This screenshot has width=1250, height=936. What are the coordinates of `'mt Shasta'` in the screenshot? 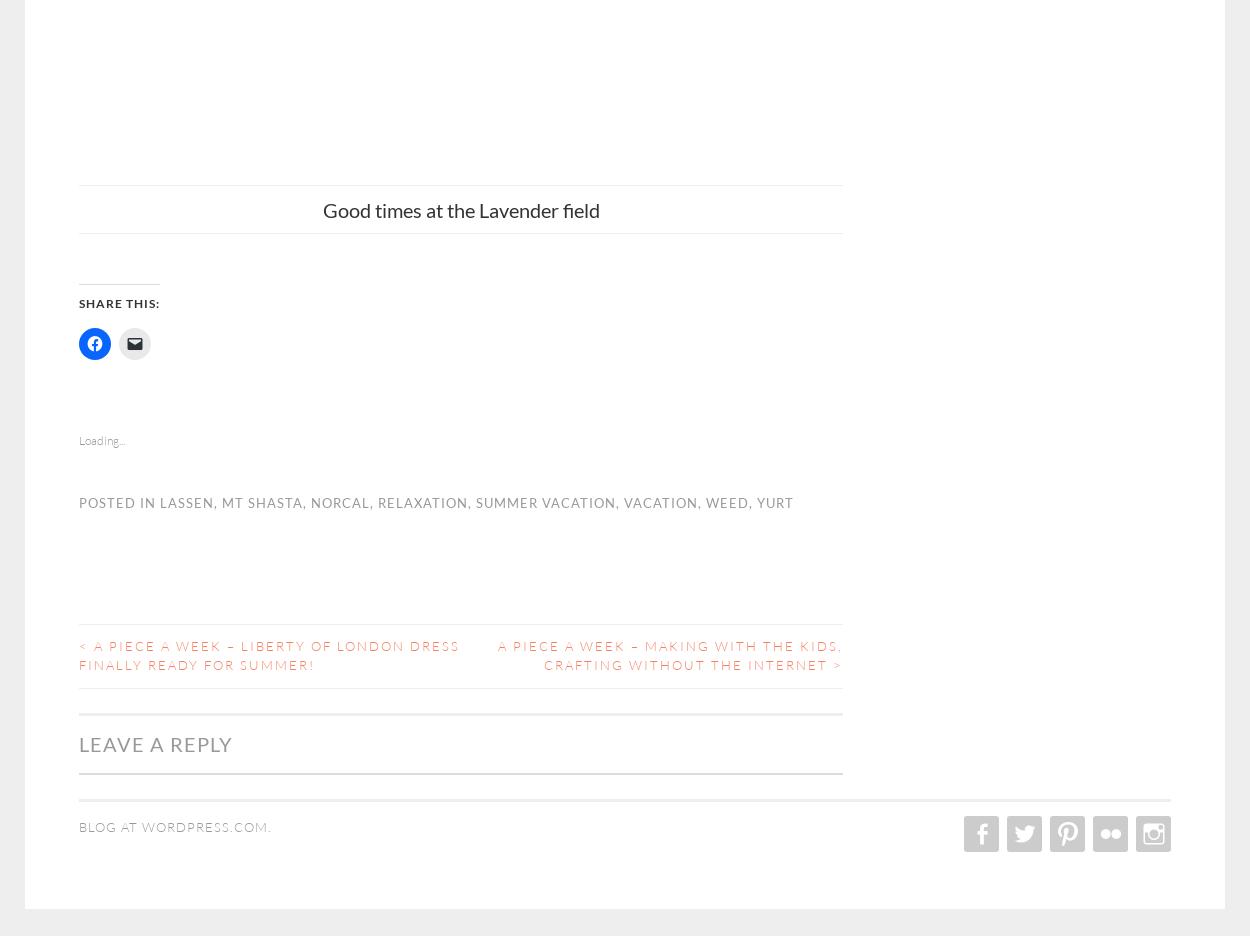 It's located at (262, 500).